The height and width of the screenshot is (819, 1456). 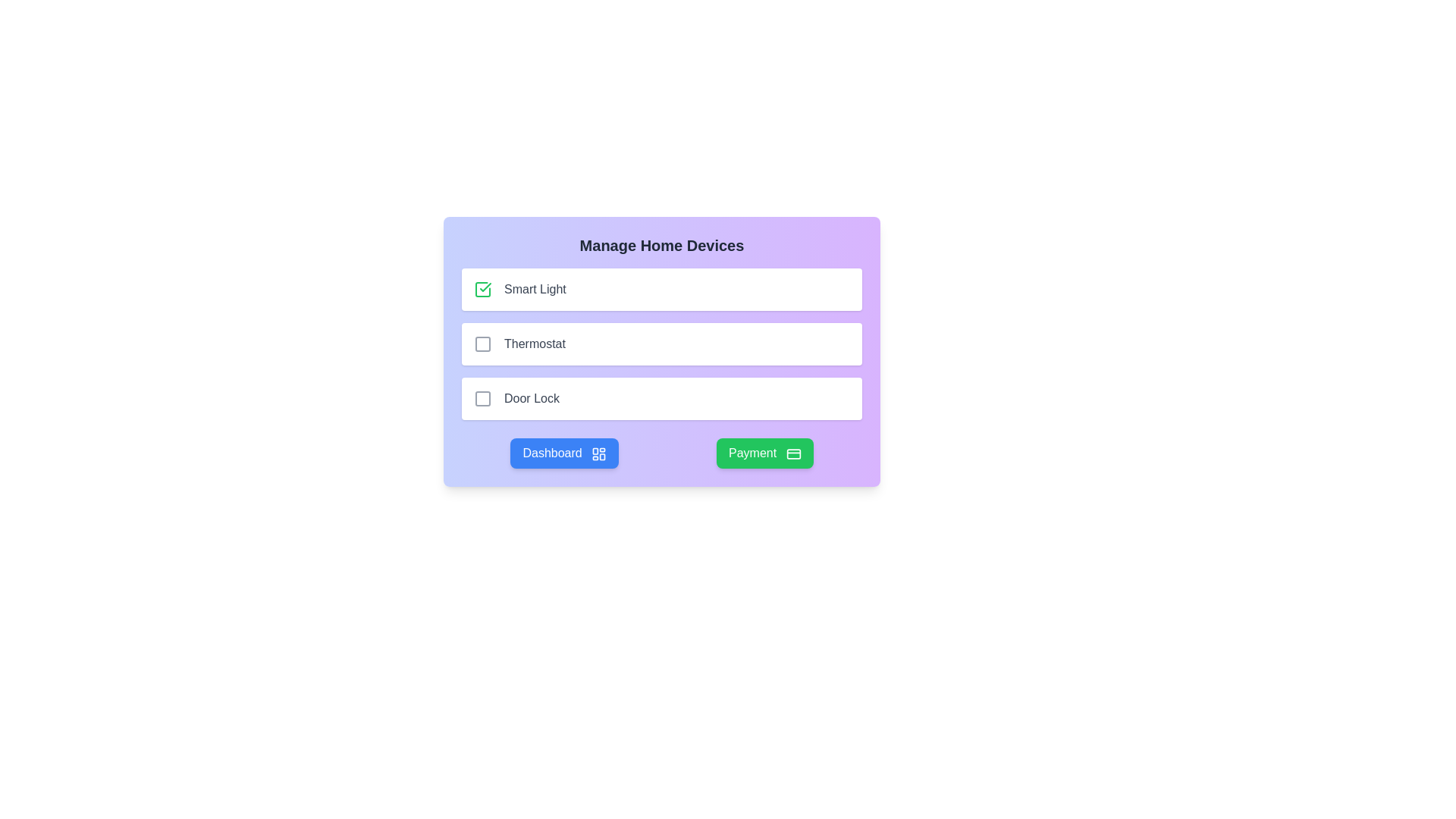 I want to click on the green checkbox icon located to the left of the text 'Smart Light', so click(x=482, y=289).